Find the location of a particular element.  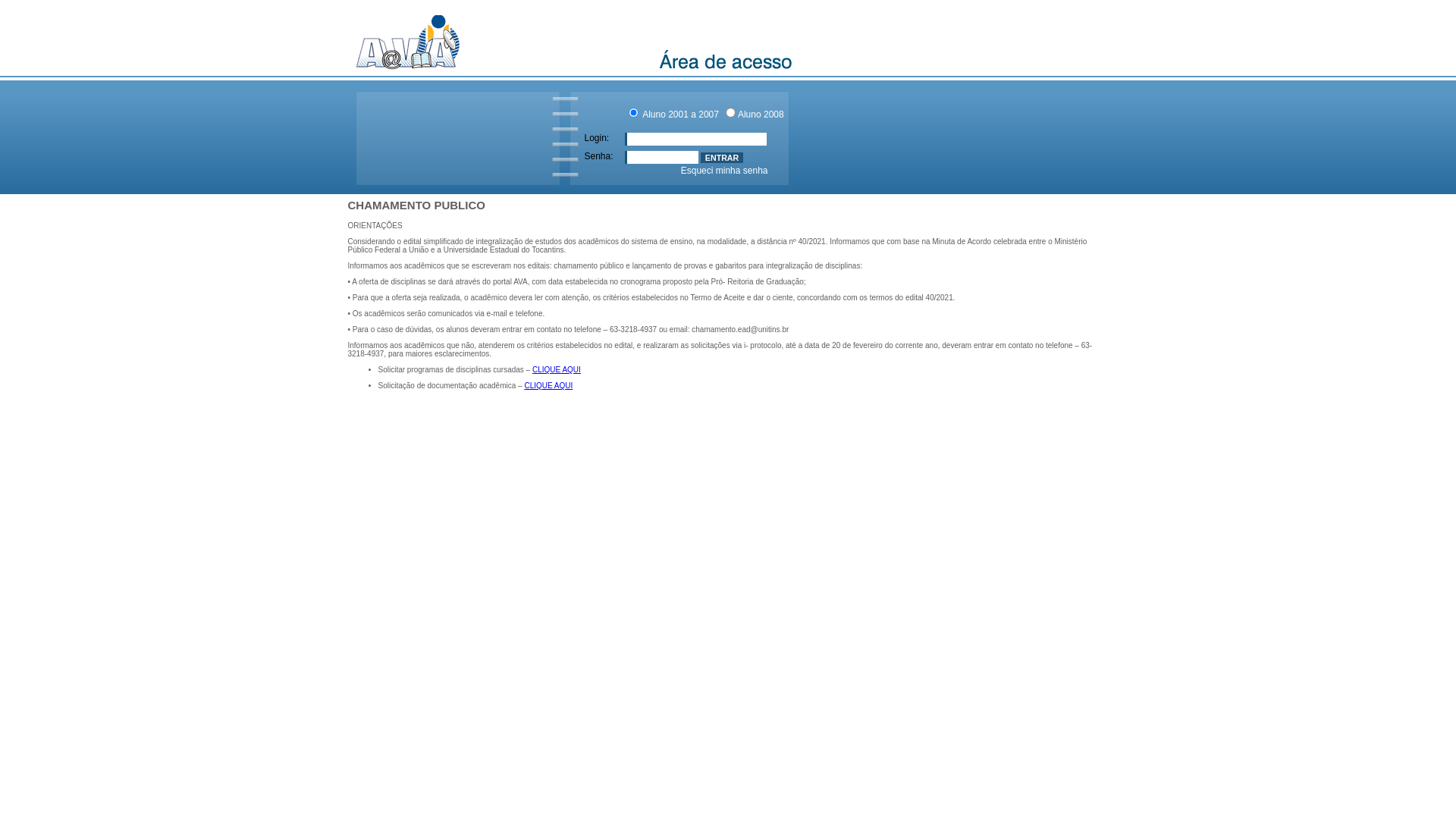

'CLIQUE AQUI' is located at coordinates (548, 384).